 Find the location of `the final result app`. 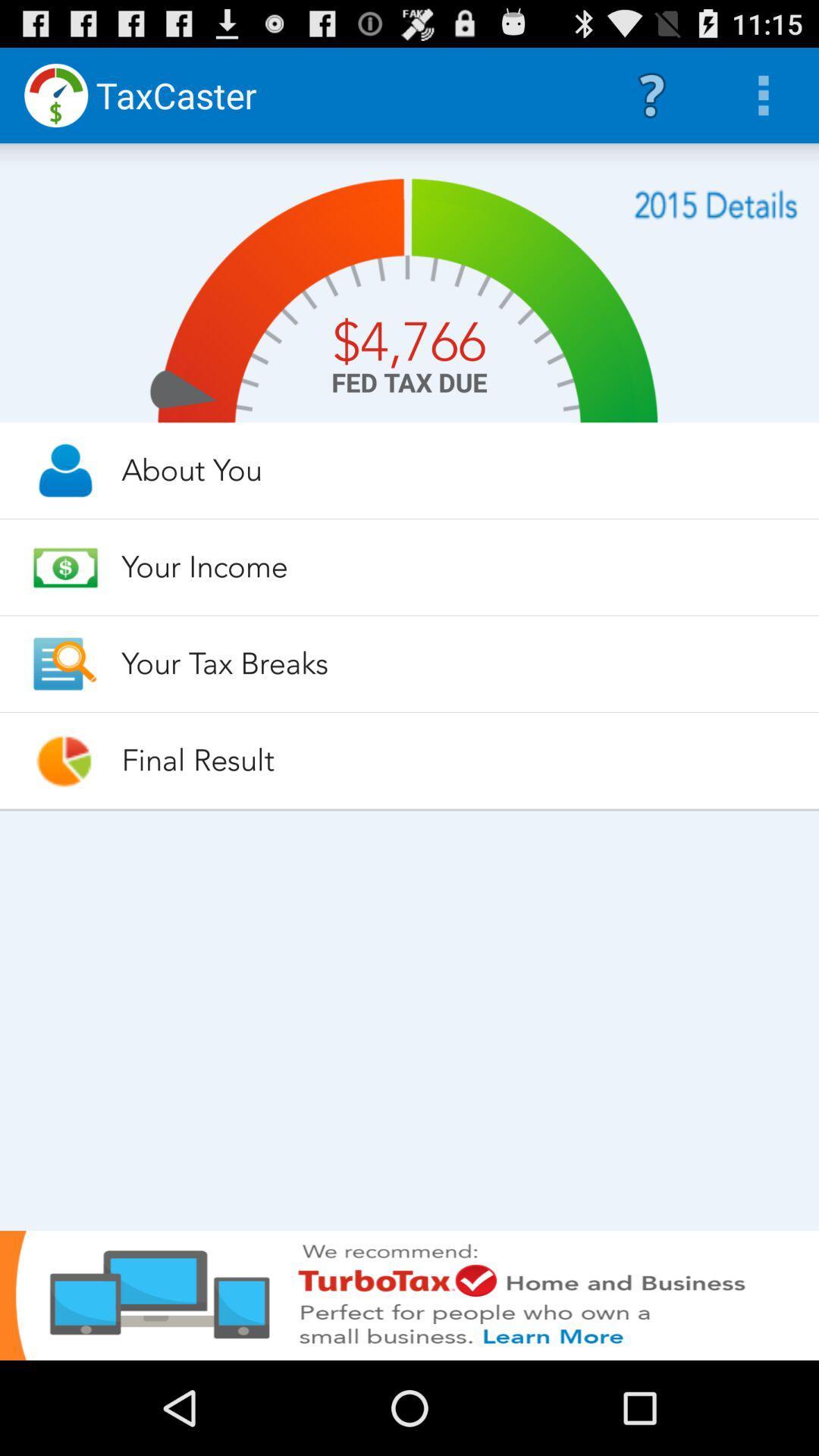

the final result app is located at coordinates (456, 760).